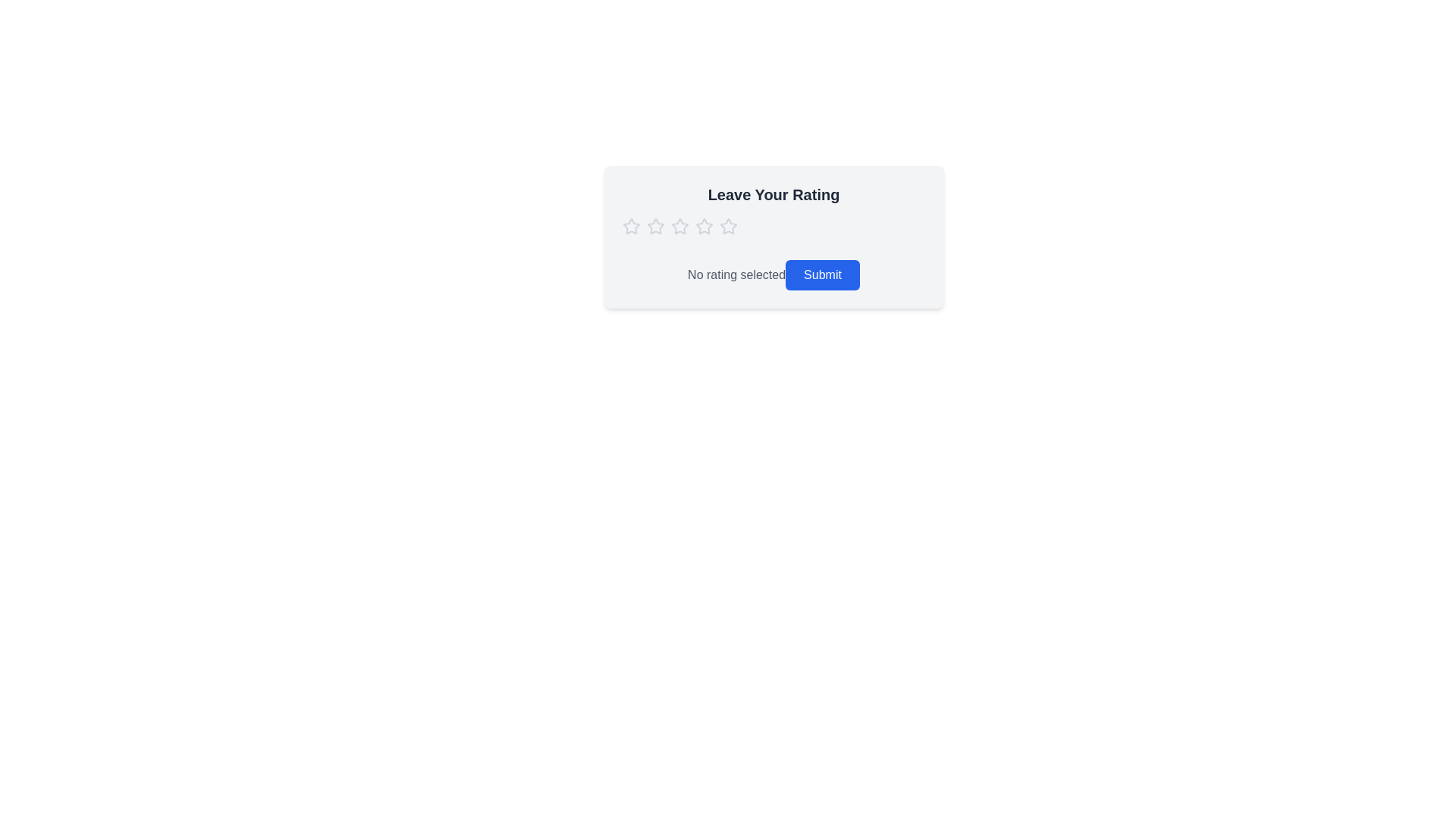 This screenshot has height=819, width=1456. I want to click on the text label displaying 'No rating selected', which is styled in gray color and positioned below the star icons in the 'Leave Your Rating' section, so click(736, 275).